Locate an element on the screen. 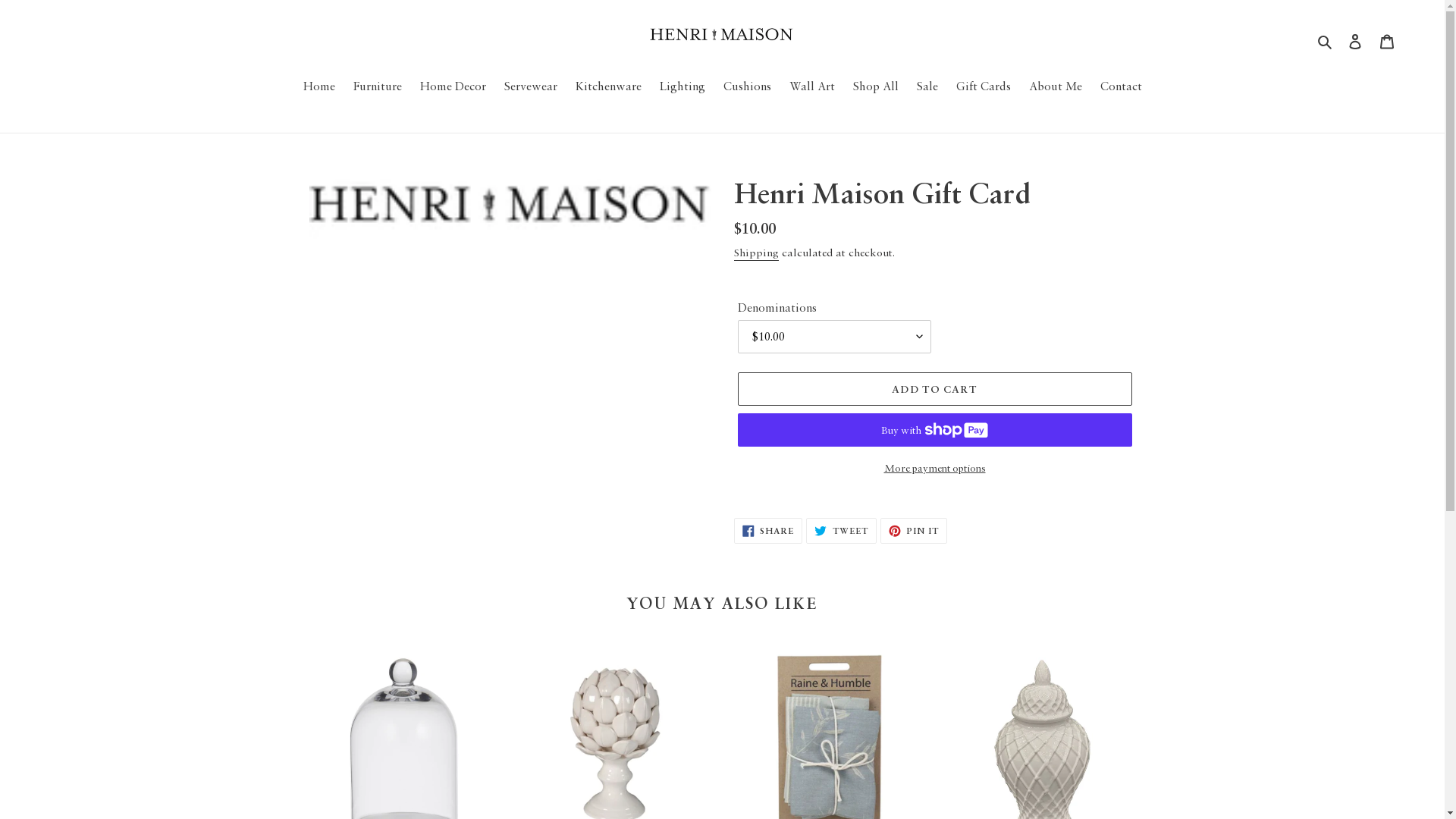 Image resolution: width=1456 pixels, height=819 pixels. 'PIN IT is located at coordinates (912, 529).